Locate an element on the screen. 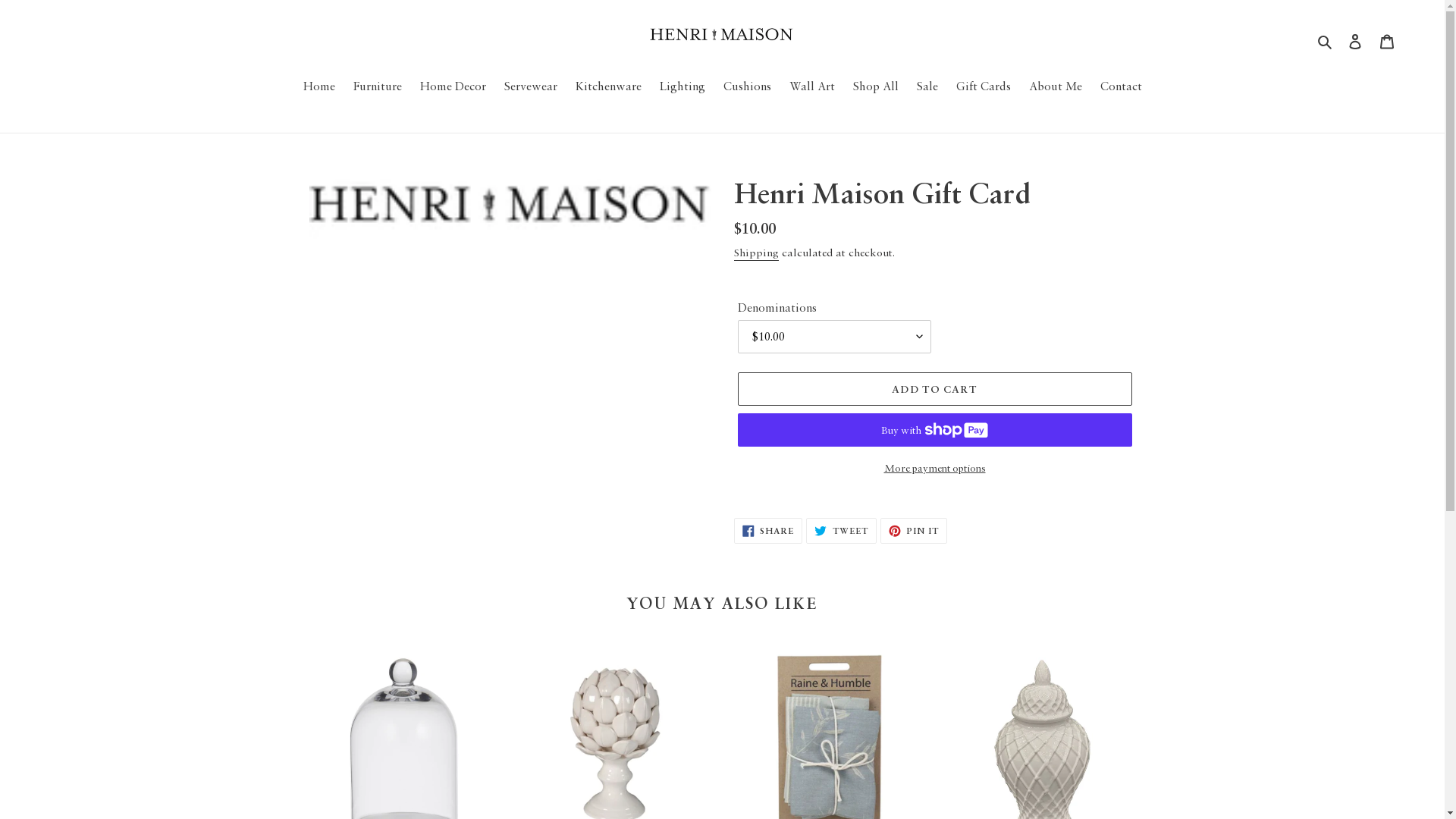 Image resolution: width=1456 pixels, height=819 pixels. 'PIN IT is located at coordinates (912, 529).